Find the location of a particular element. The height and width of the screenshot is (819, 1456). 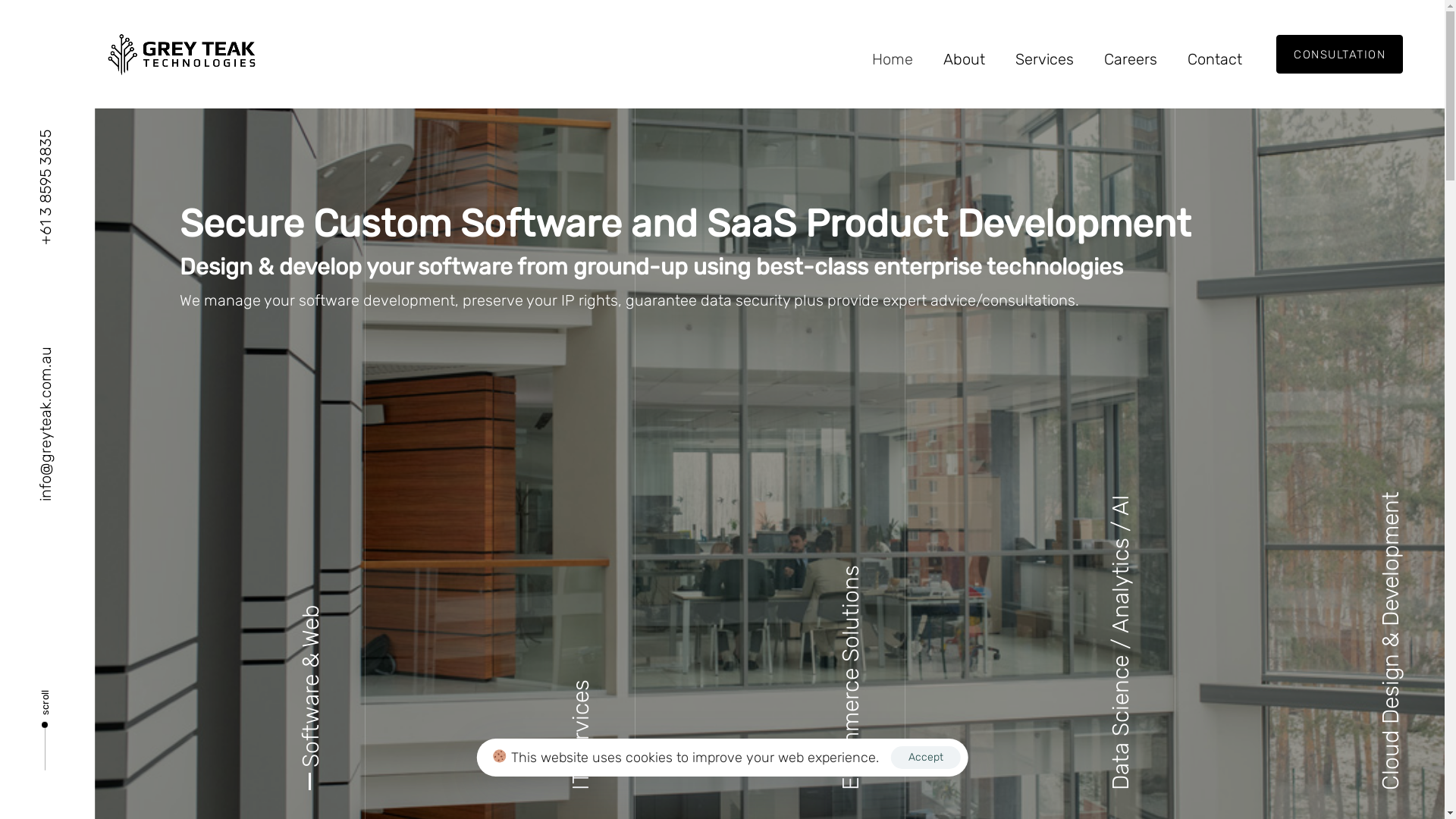

'Managed IT Services' is located at coordinates (585, 659).